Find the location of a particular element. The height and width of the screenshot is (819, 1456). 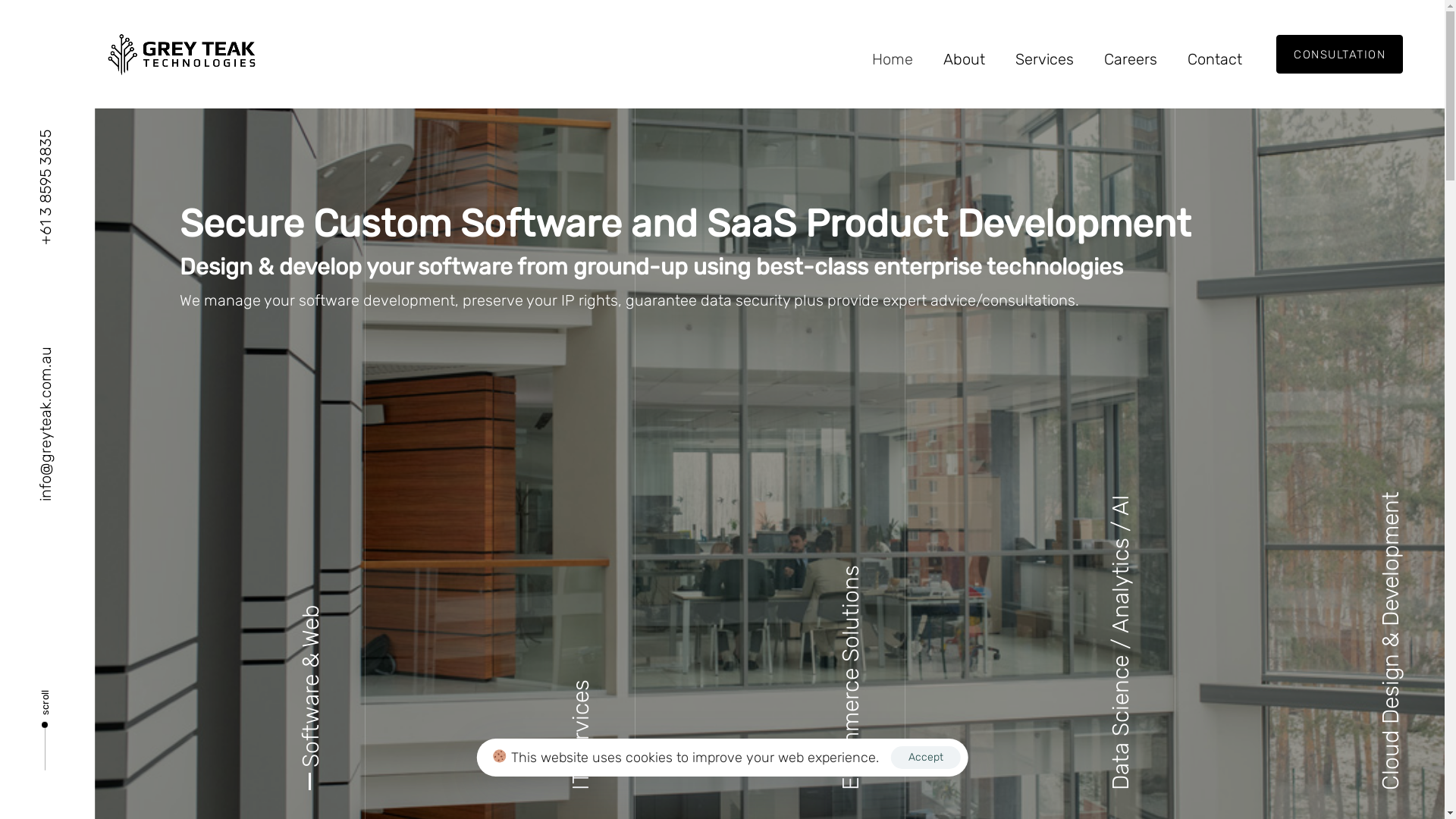

'Managed IT Services' is located at coordinates (585, 659).